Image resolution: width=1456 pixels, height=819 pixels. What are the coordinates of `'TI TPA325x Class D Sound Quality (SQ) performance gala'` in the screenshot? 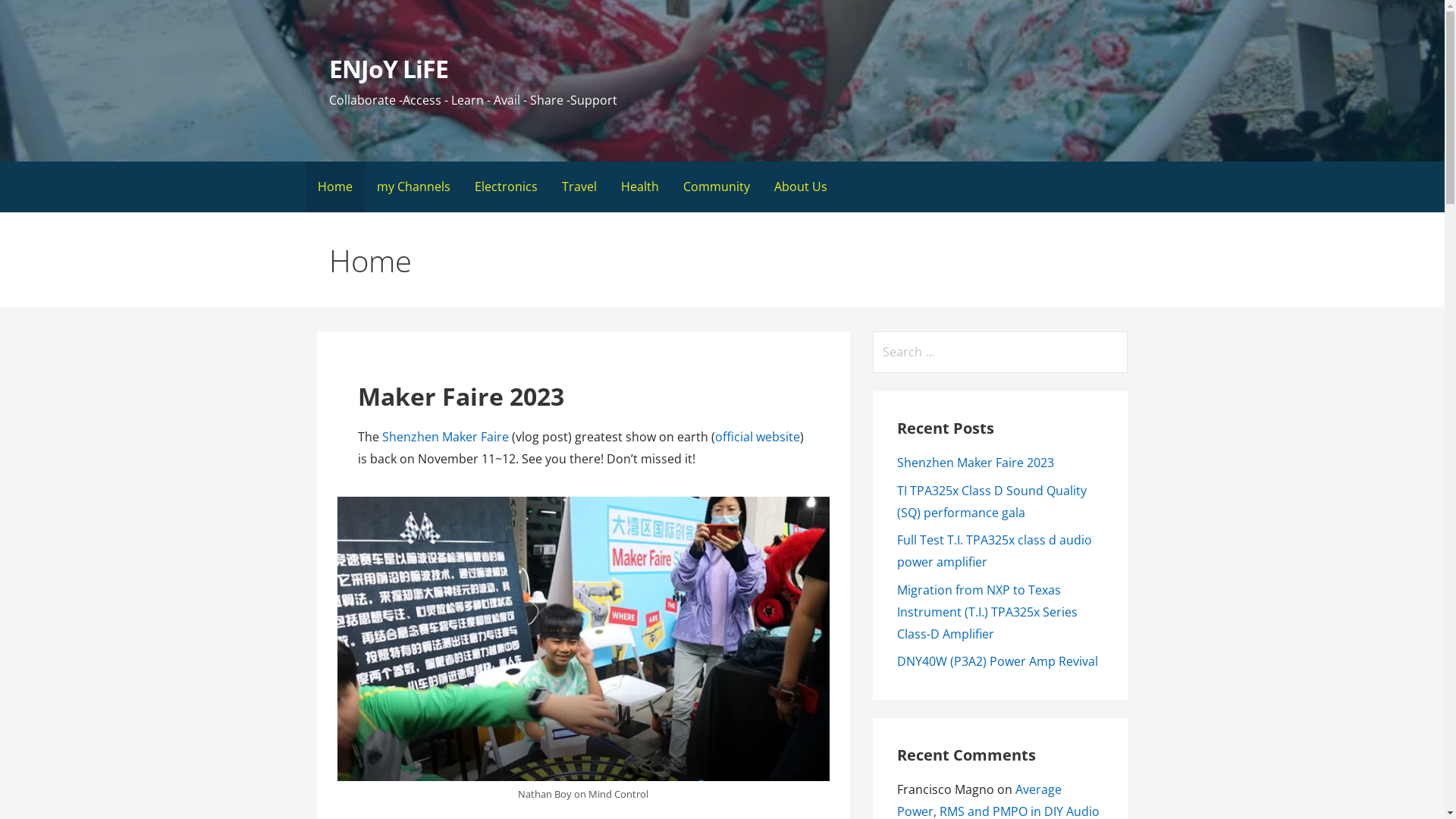 It's located at (991, 501).